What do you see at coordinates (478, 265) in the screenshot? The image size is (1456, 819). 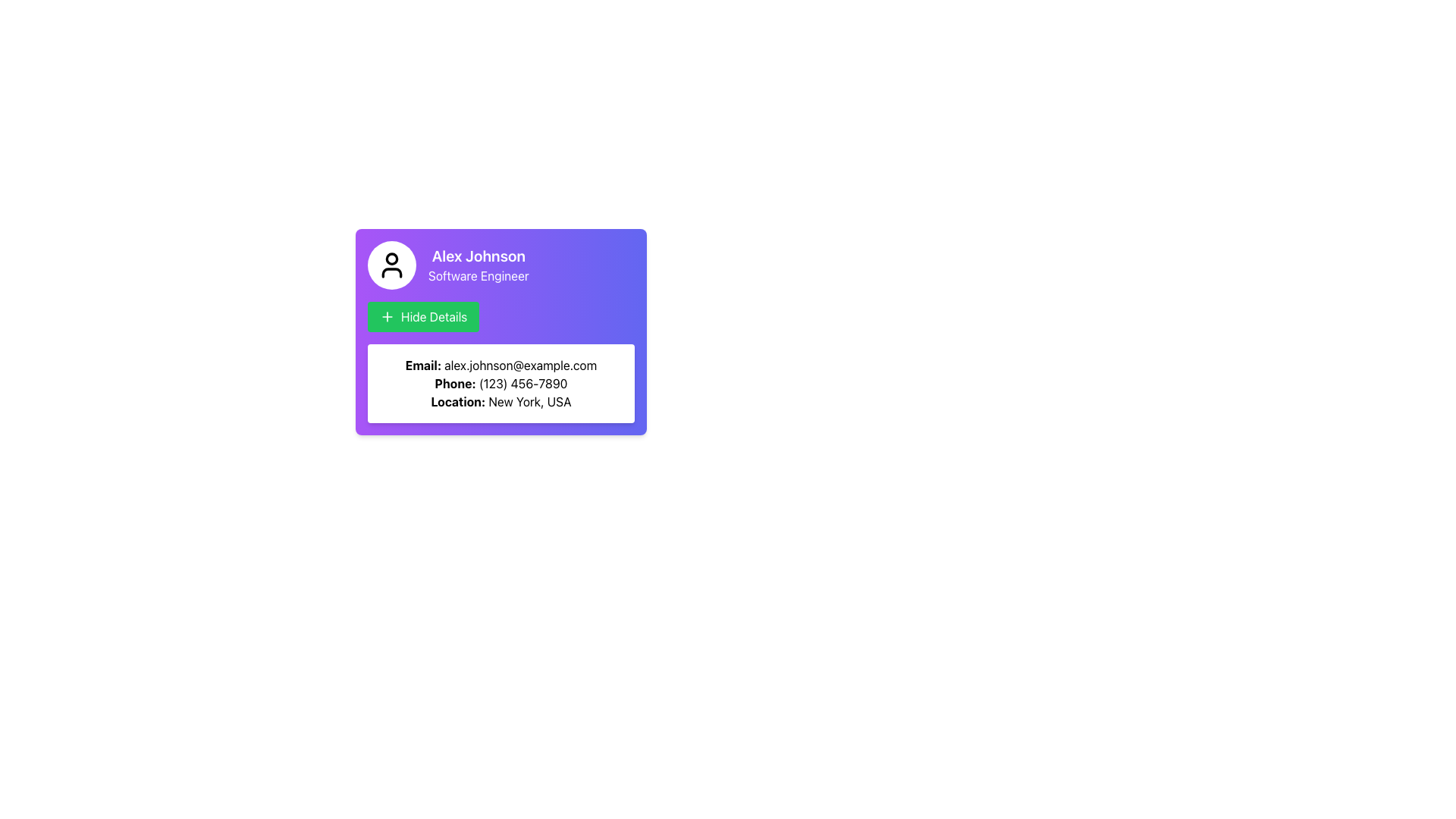 I see `the text block displaying 'Alex Johnson' and 'Software Engineer' on a purple background, located to the right of a circular avatar icon and above a green button labeled 'Hide Details'` at bounding box center [478, 265].